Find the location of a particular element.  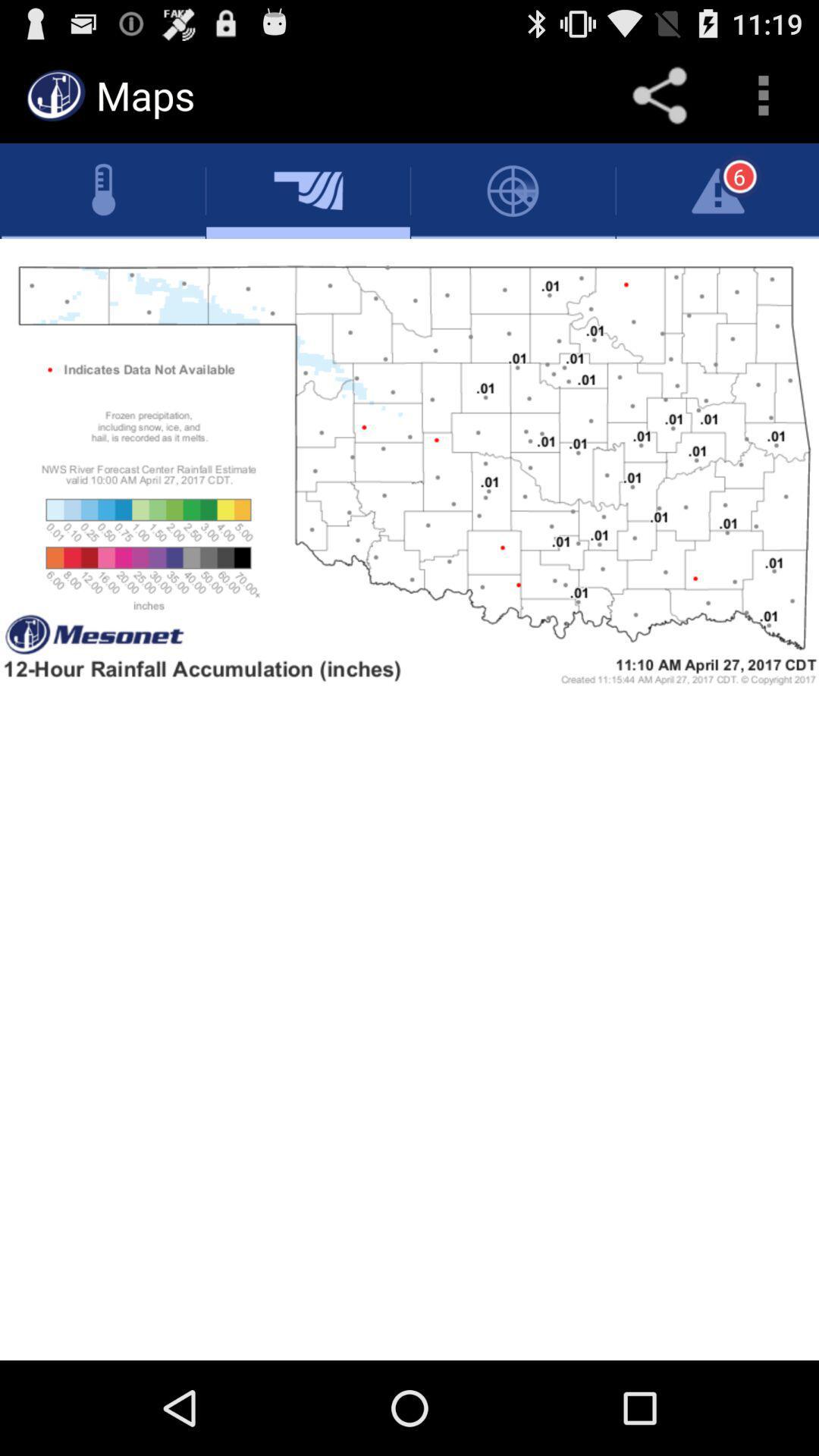

sharing files is located at coordinates (659, 94).